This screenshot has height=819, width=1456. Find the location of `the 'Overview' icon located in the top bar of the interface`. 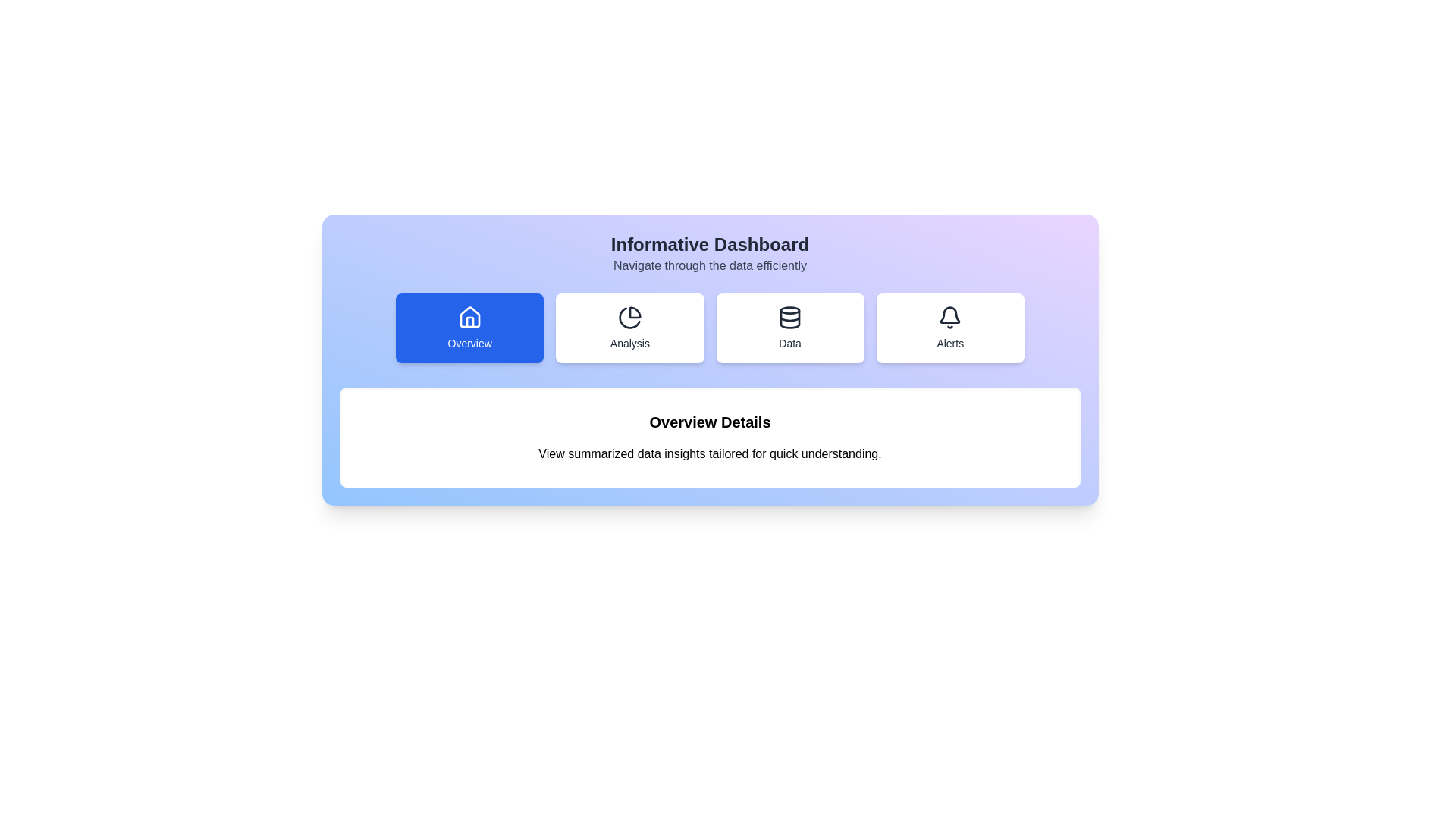

the 'Overview' icon located in the top bar of the interface is located at coordinates (469, 316).